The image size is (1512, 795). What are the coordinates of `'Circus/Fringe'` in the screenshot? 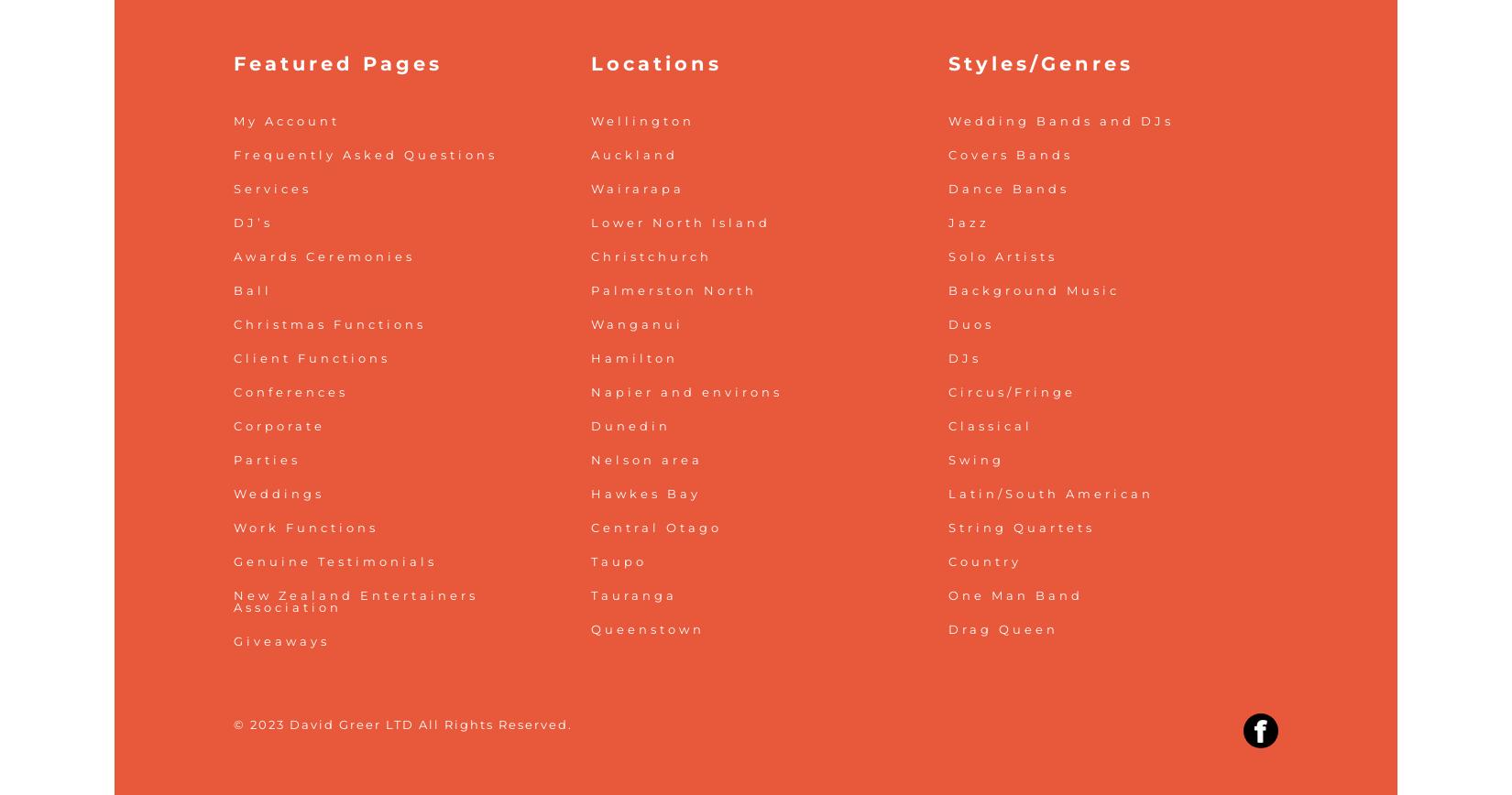 It's located at (1012, 390).